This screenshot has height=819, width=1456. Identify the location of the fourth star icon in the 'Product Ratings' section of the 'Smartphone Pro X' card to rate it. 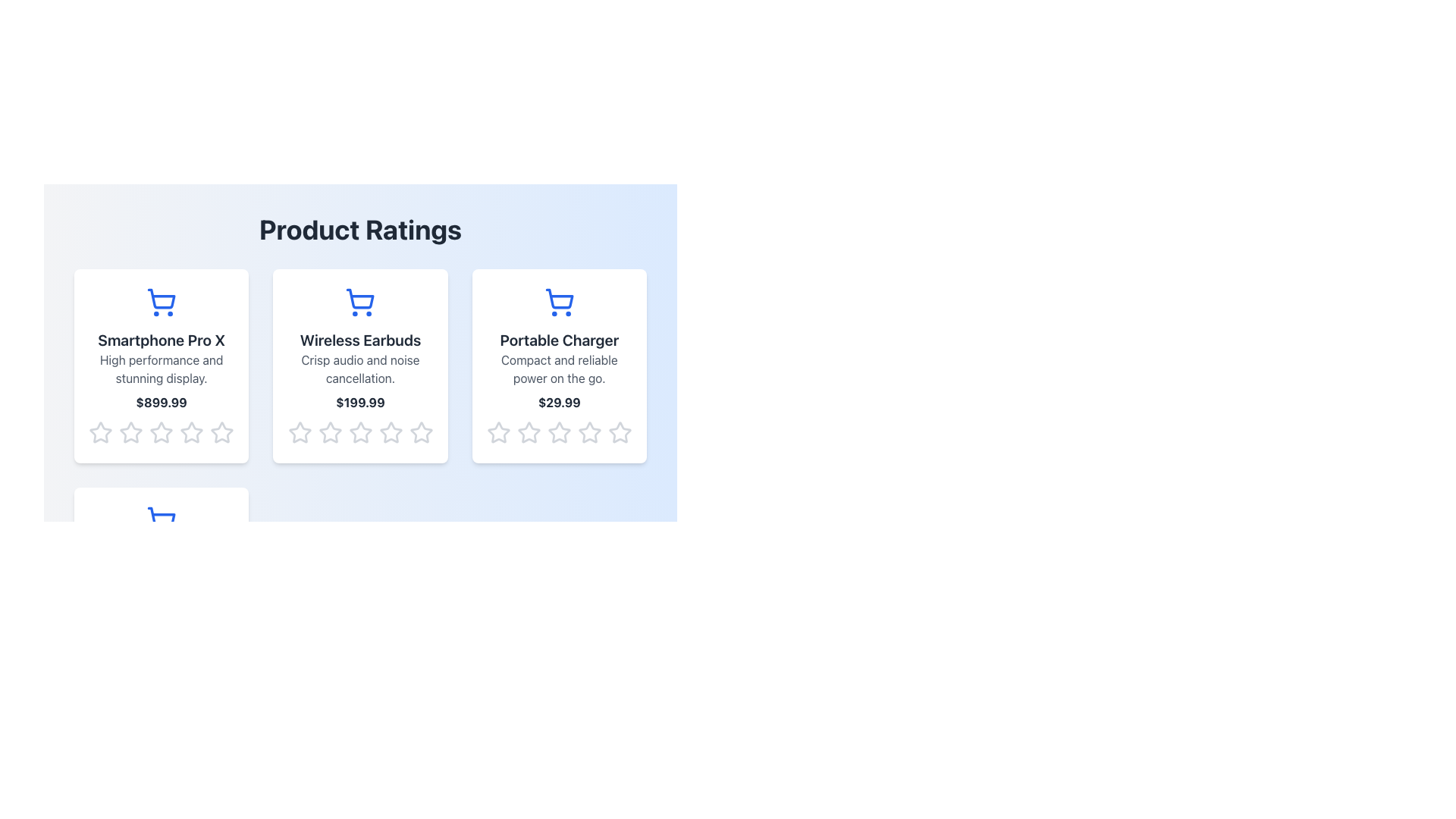
(221, 432).